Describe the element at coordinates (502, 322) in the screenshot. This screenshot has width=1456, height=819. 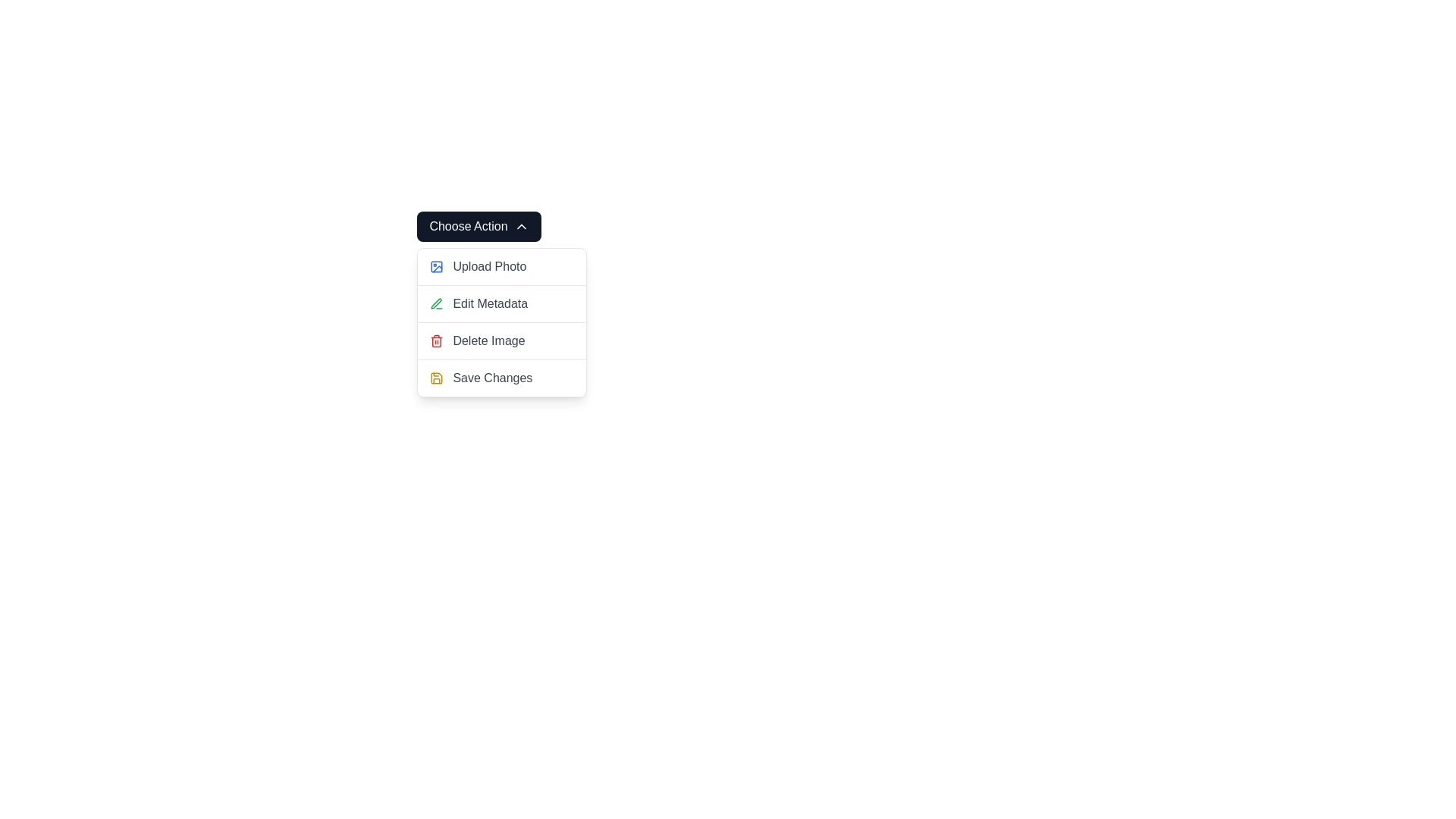
I see `the second option in the dropdown menu, which allows the user to edit metadata, located below 'Upload Photo' and above 'Delete Image'` at that location.